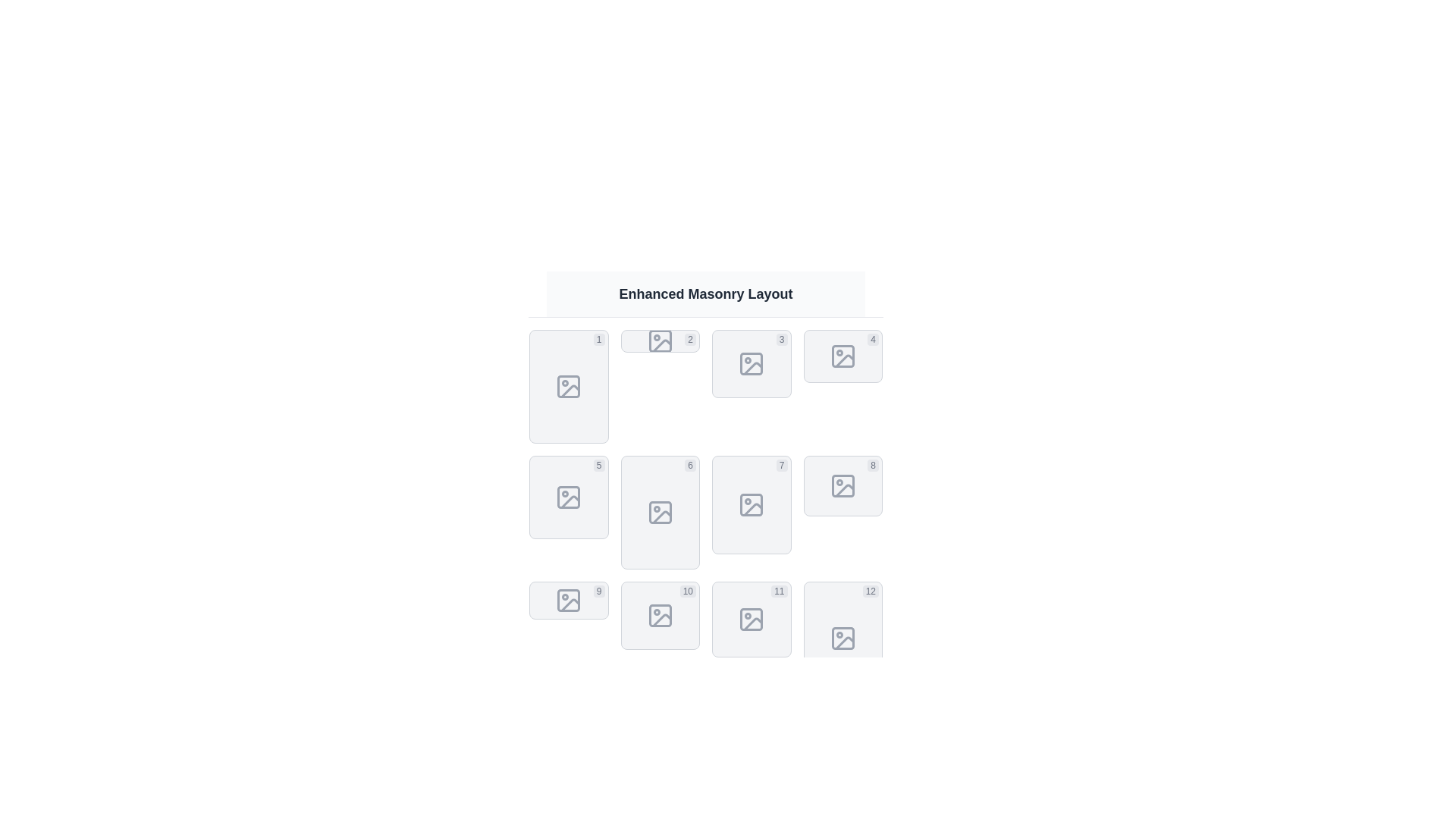 This screenshot has width=1456, height=819. What do you see at coordinates (842, 485) in the screenshot?
I see `the eighth card or tile element in the grid layout, which serves as a placeholder or preview for a media item` at bounding box center [842, 485].